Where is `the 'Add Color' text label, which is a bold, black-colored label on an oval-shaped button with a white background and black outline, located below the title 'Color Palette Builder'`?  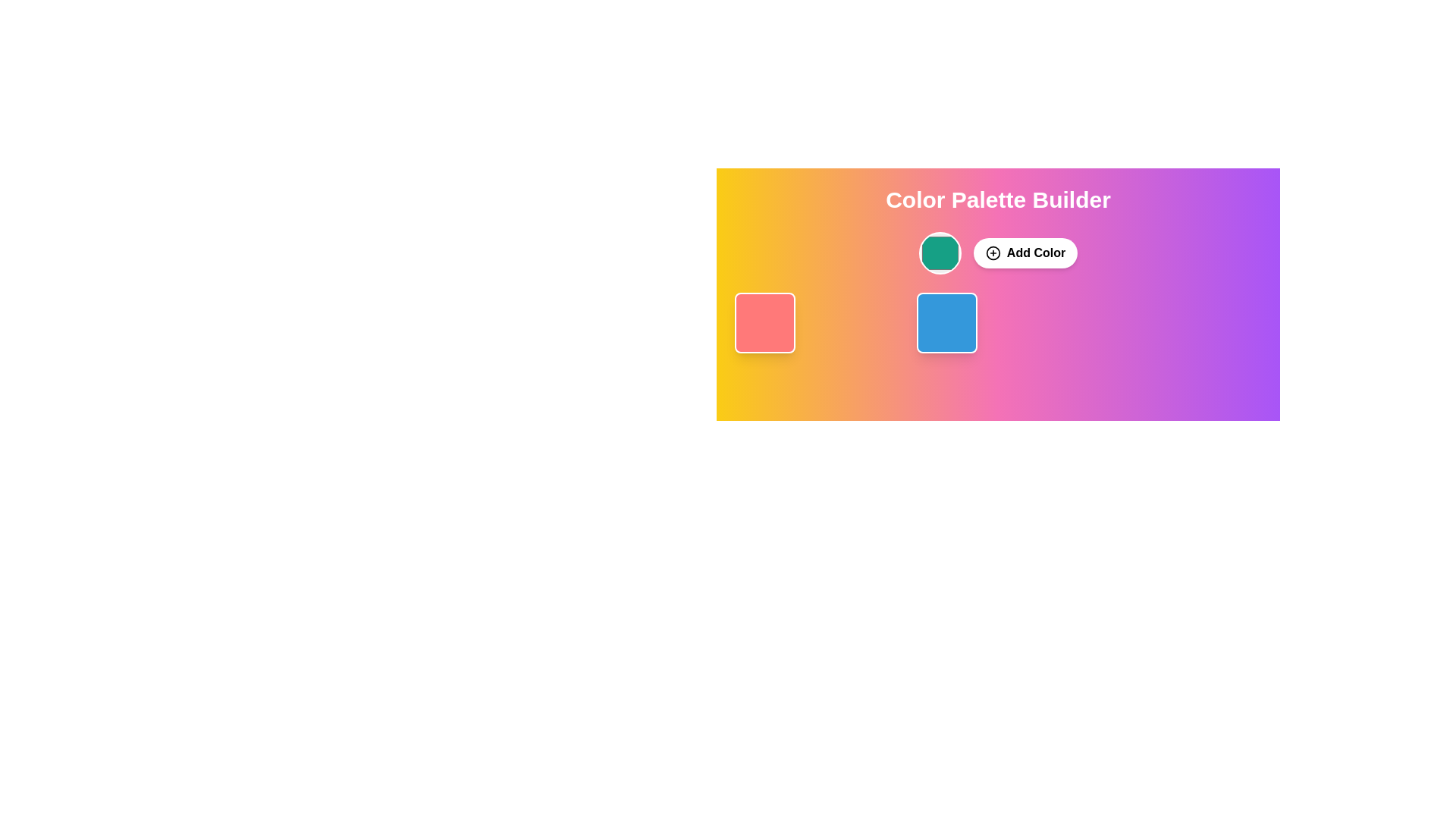
the 'Add Color' text label, which is a bold, black-colored label on an oval-shaped button with a white background and black outline, located below the title 'Color Palette Builder' is located at coordinates (1035, 253).